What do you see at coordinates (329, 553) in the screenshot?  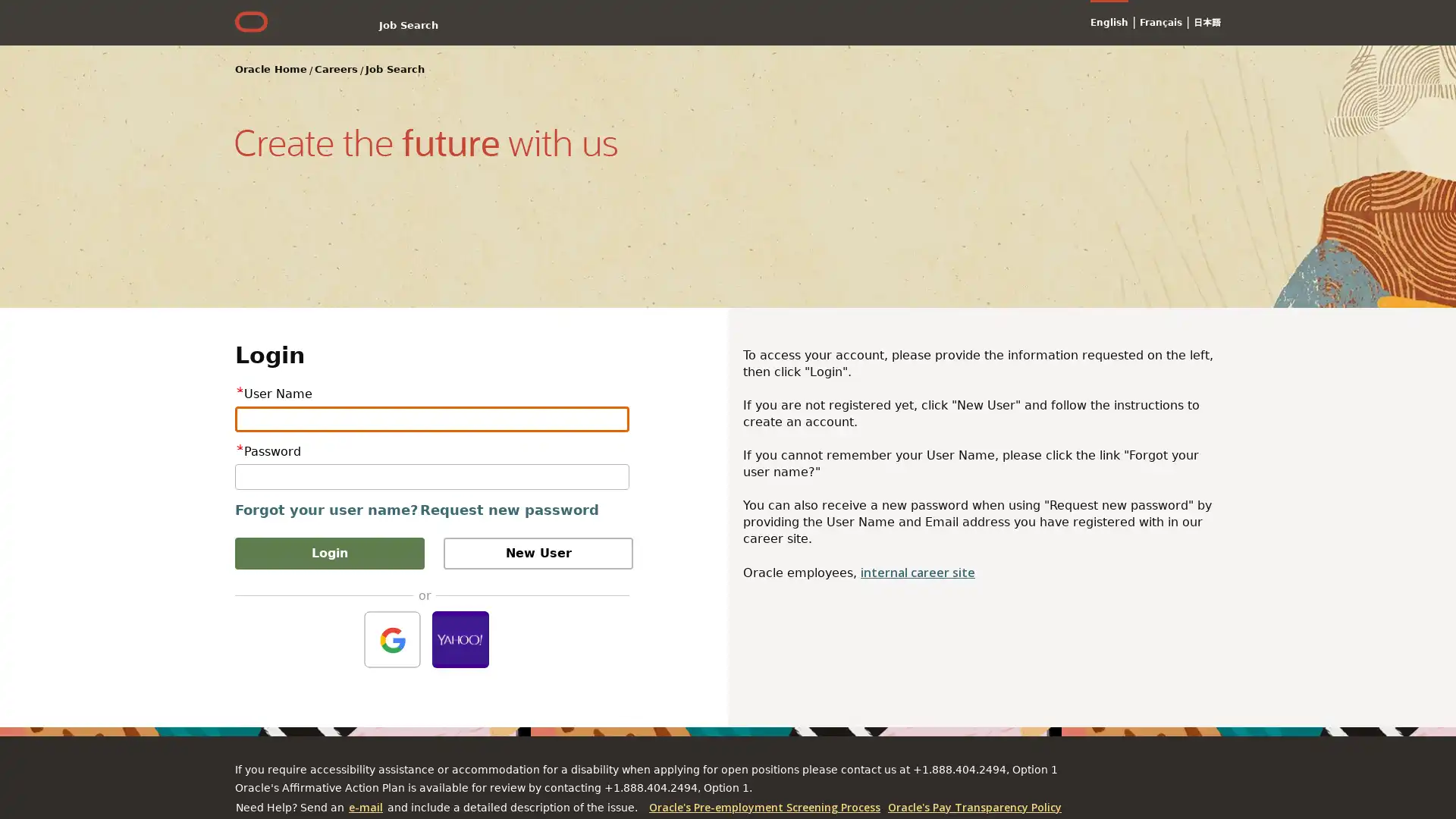 I see `Login` at bounding box center [329, 553].